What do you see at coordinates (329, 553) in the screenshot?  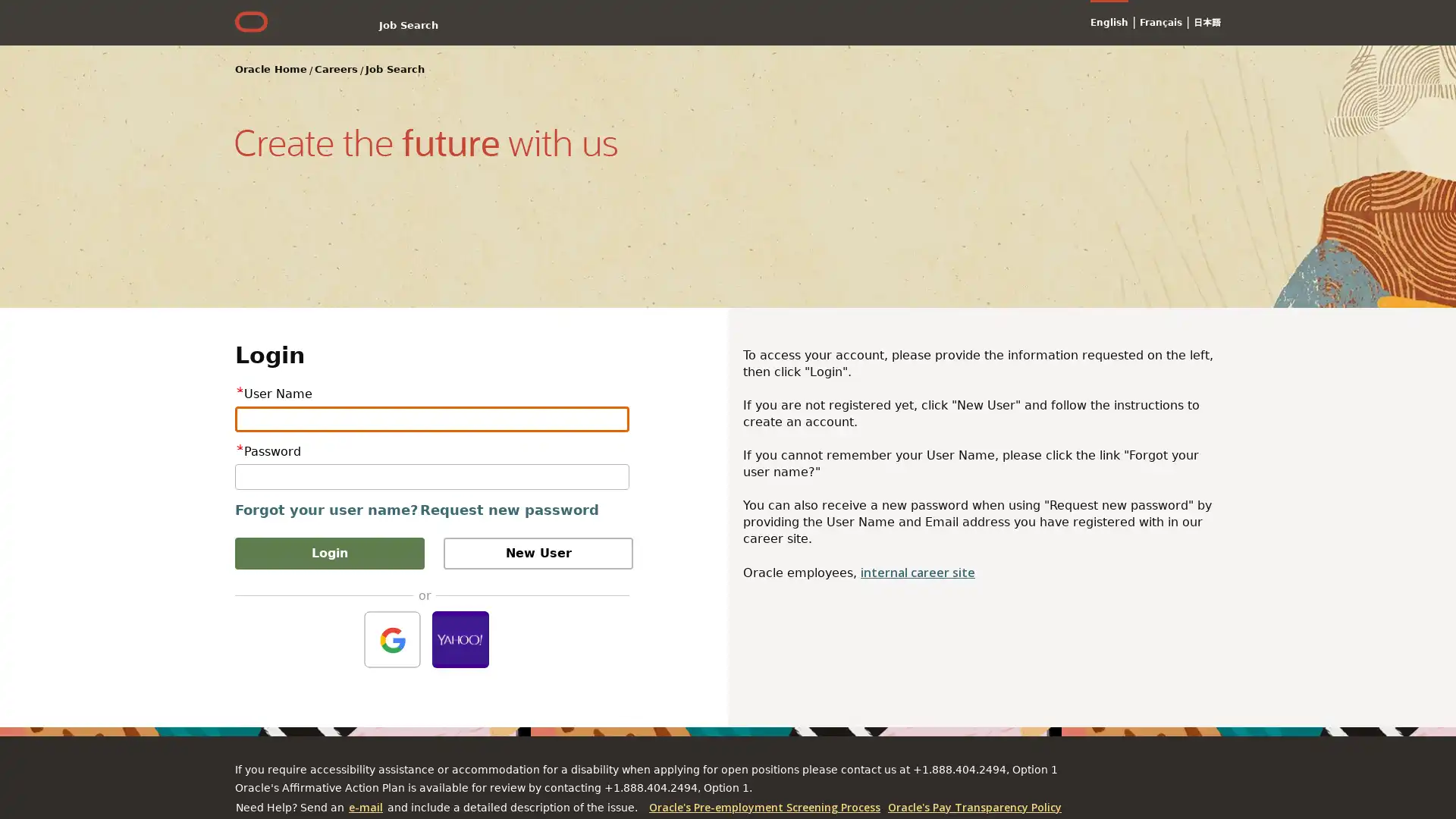 I see `Login` at bounding box center [329, 553].